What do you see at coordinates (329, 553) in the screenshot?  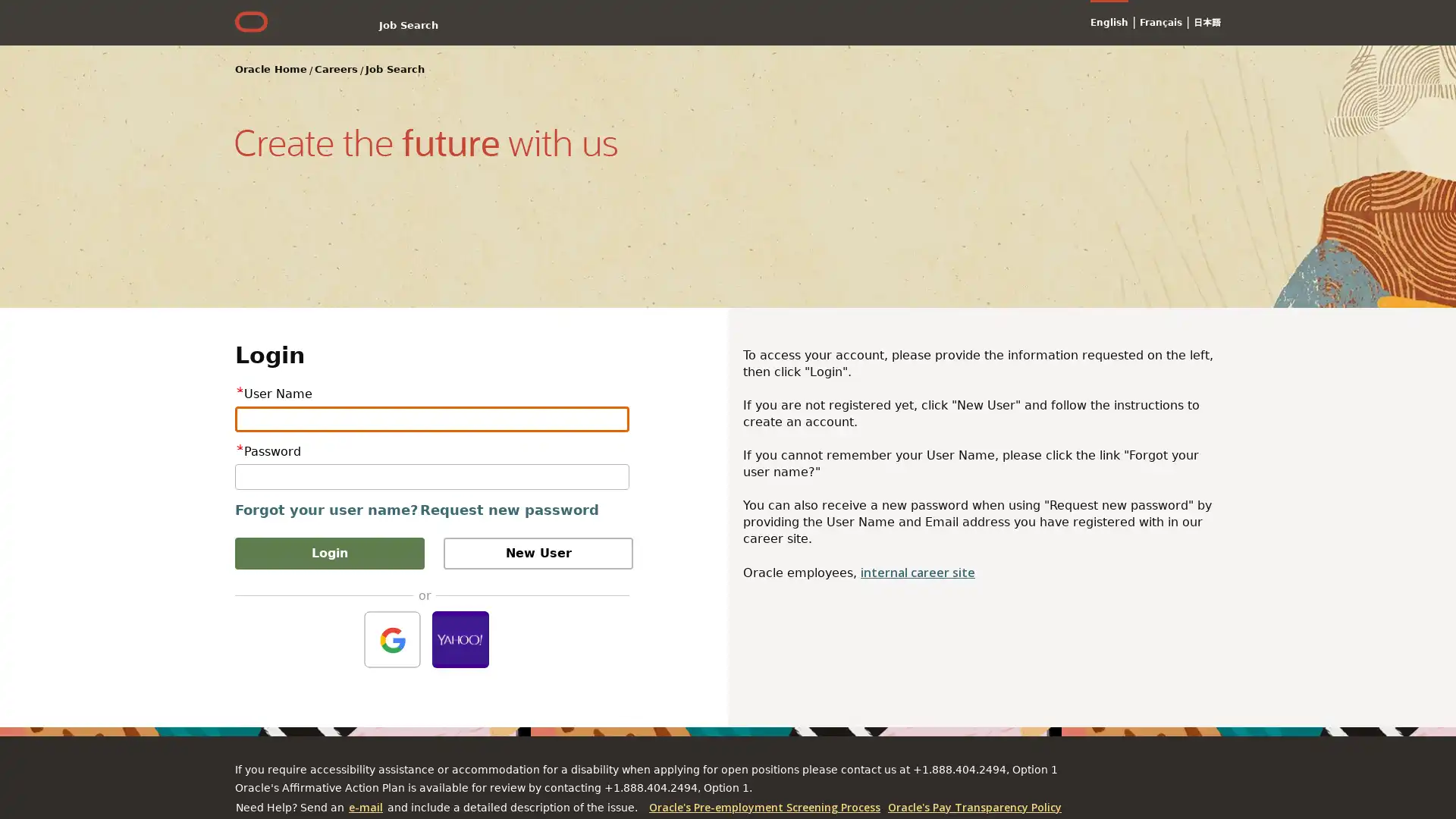 I see `Login` at bounding box center [329, 553].